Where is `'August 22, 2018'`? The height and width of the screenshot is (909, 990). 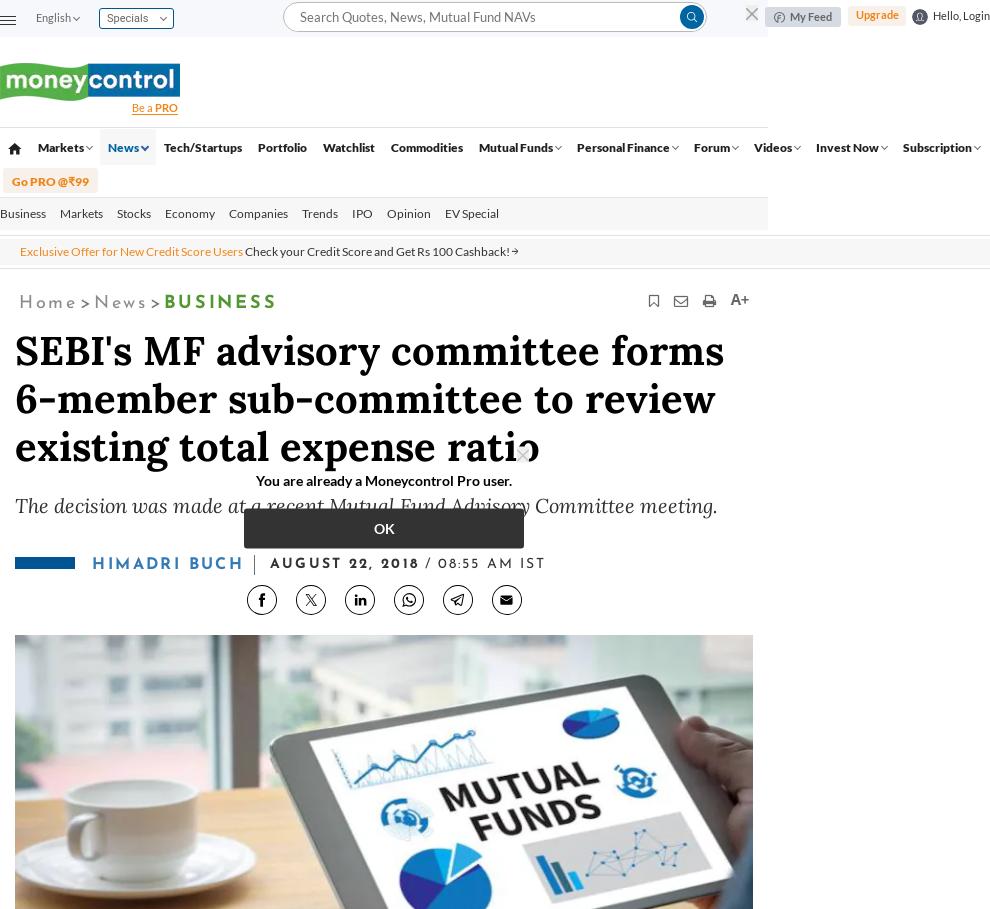
'August 22, 2018' is located at coordinates (343, 563).